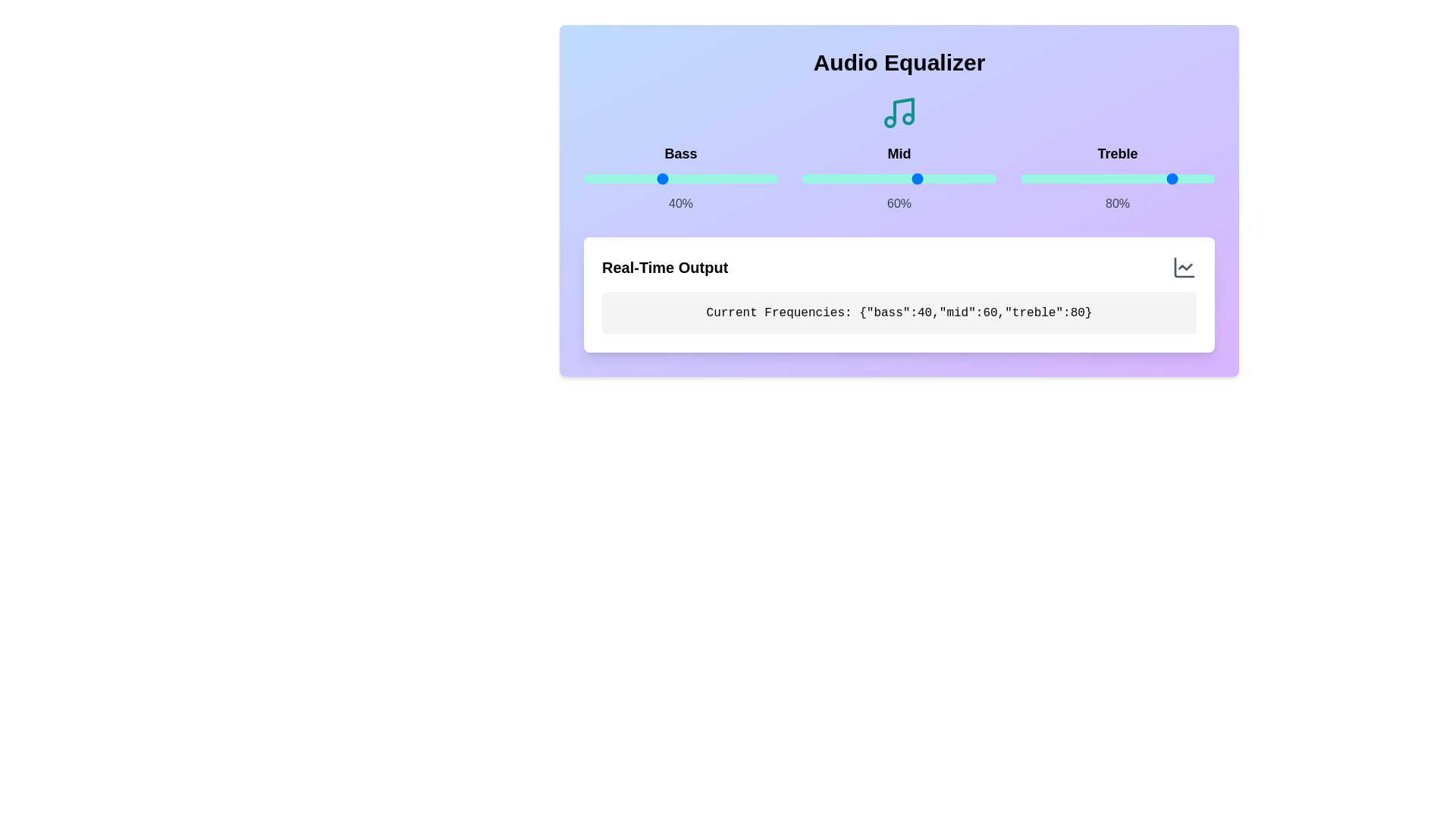 This screenshot has width=1456, height=819. I want to click on bass level, so click(695, 177).